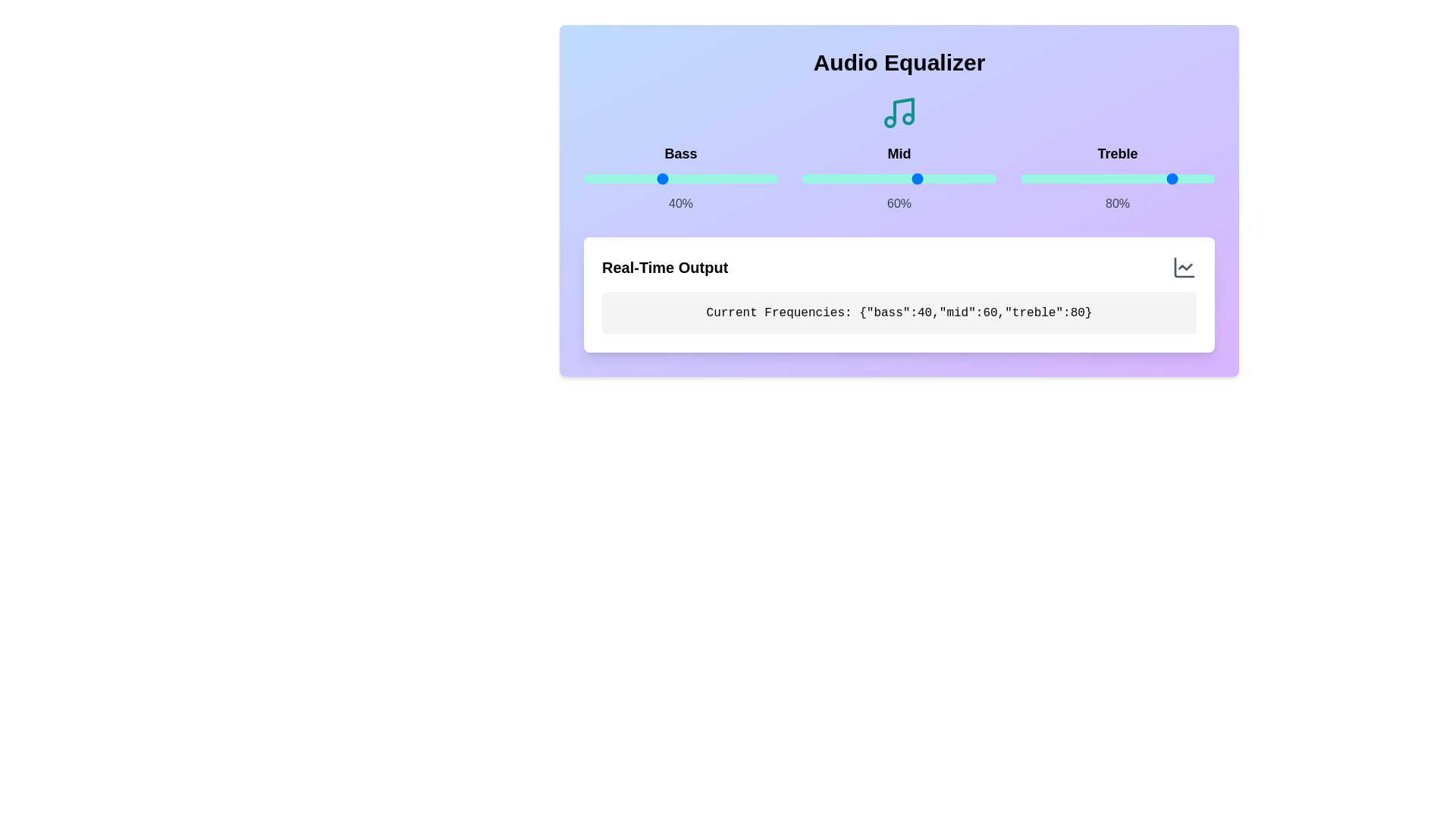 This screenshot has width=1456, height=819. I want to click on bass level, so click(695, 177).